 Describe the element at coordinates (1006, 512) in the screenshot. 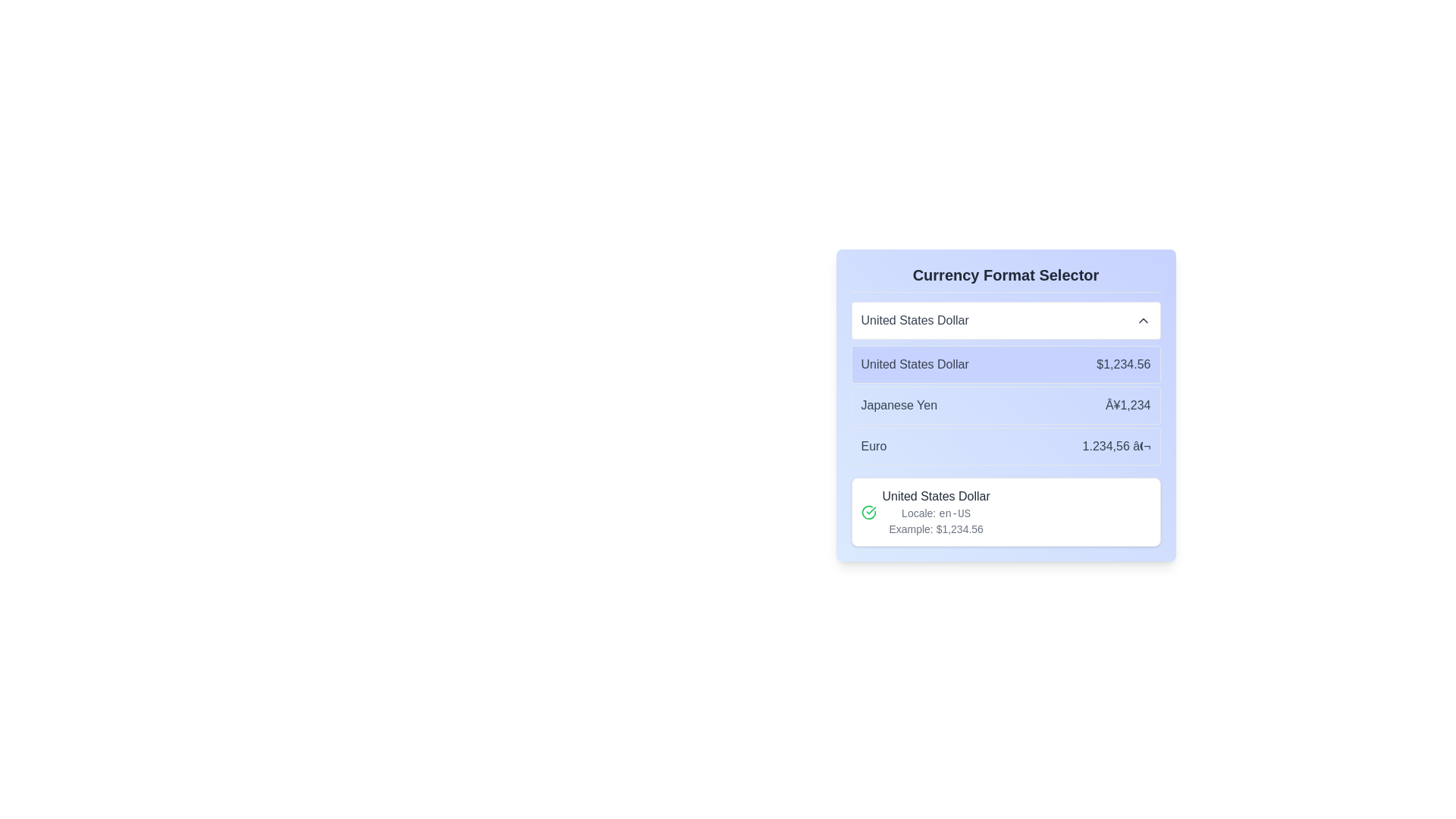

I see `text of the Information card detailing currency formatting for the United States Dollar, located at the bottom of the currency format options list` at that location.